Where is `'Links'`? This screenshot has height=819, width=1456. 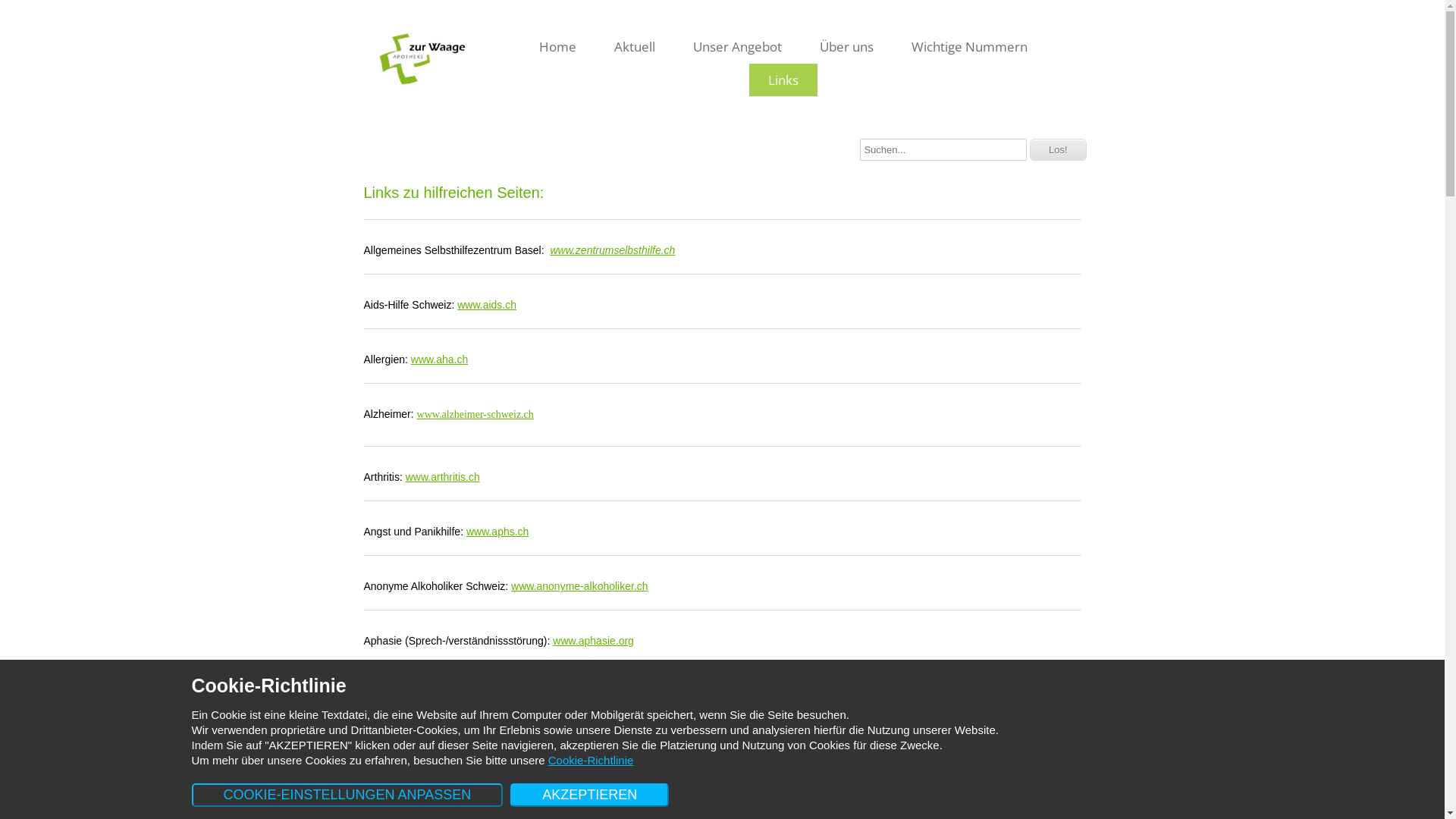
'Links' is located at coordinates (749, 80).